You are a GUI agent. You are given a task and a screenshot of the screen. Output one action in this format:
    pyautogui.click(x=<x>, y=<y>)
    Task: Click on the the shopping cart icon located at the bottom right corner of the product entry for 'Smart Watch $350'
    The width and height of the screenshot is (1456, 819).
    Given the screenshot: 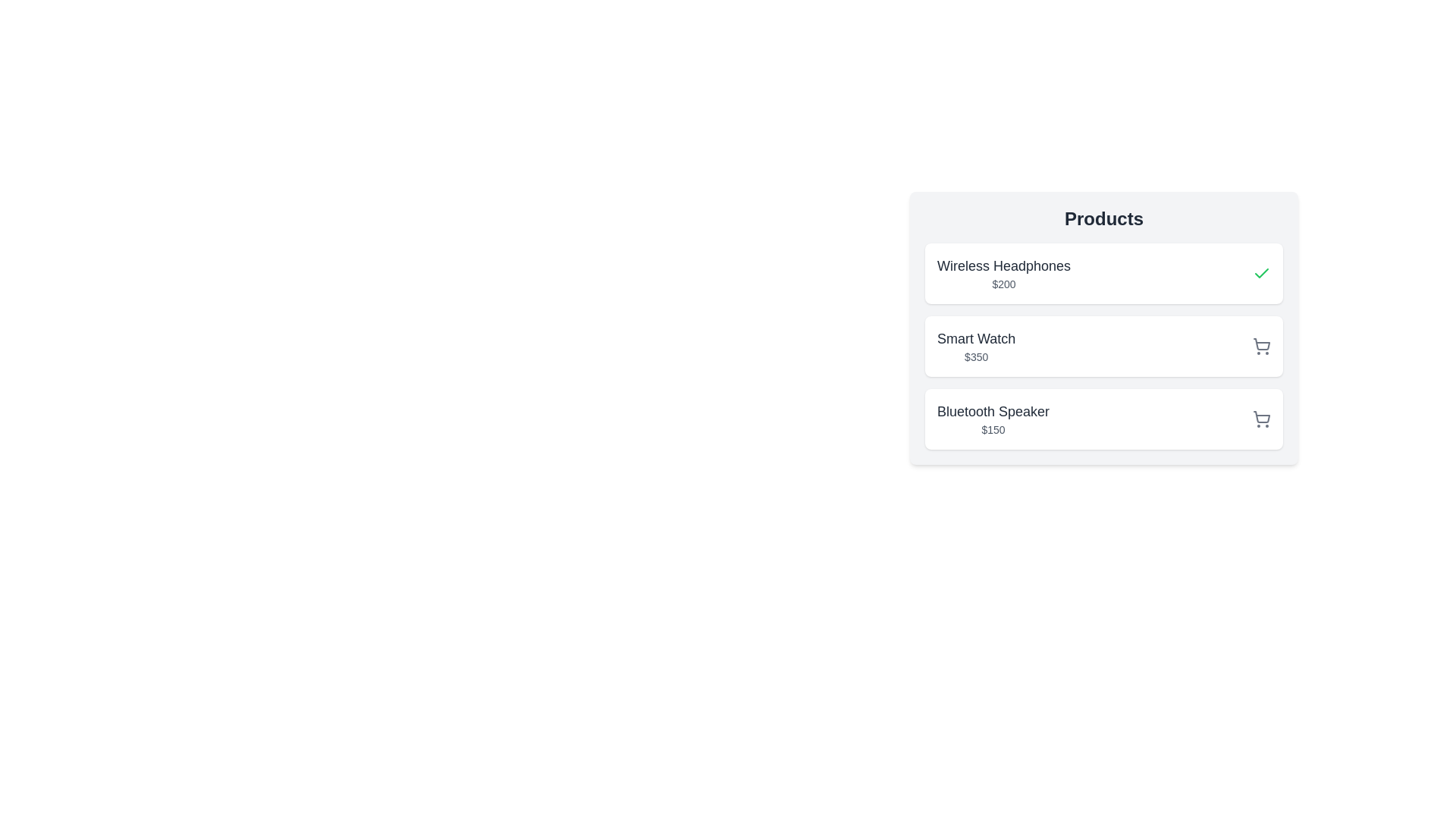 What is the action you would take?
    pyautogui.click(x=1262, y=346)
    